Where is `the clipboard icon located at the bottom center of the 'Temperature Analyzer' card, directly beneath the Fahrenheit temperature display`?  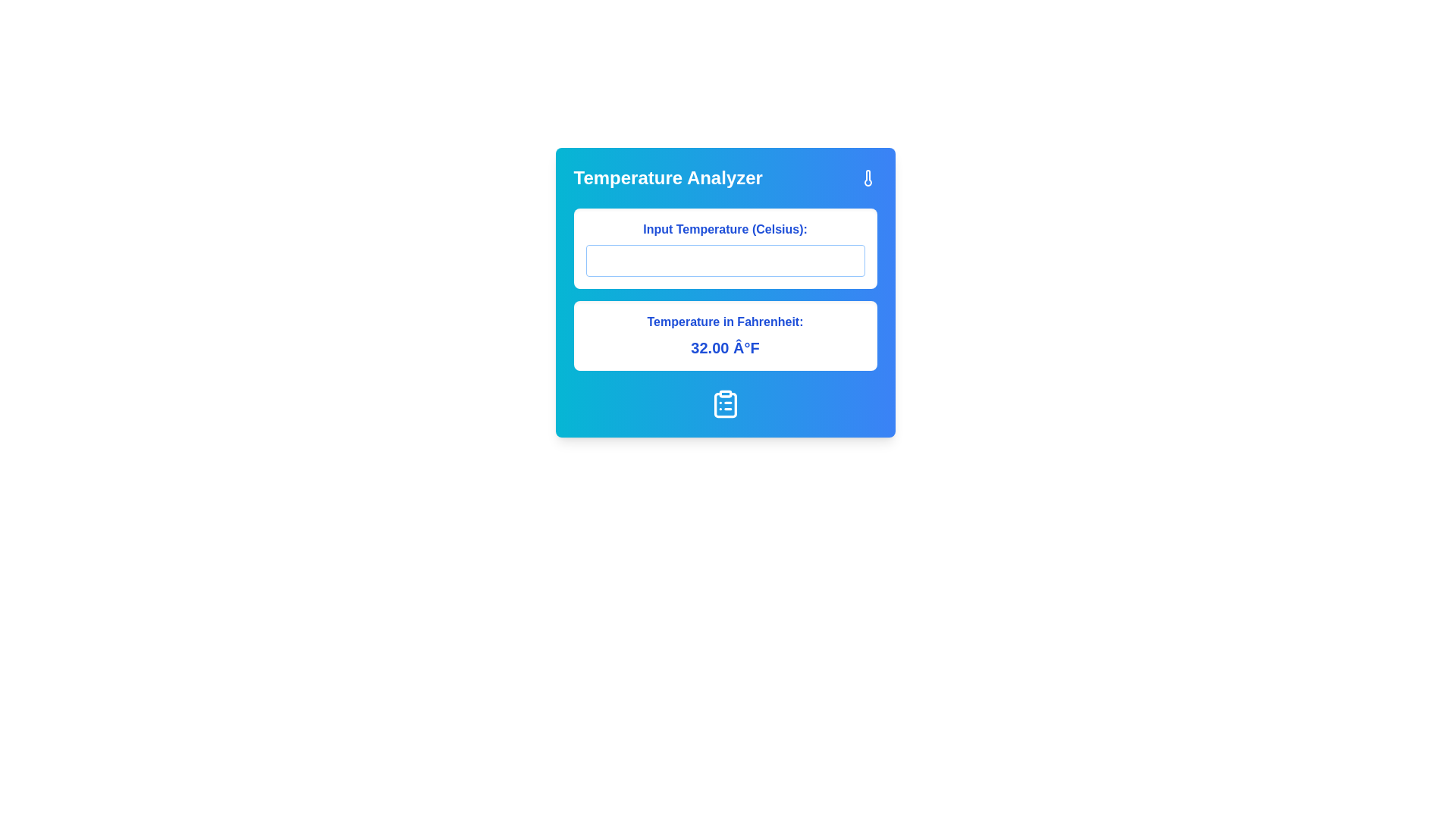
the clipboard icon located at the bottom center of the 'Temperature Analyzer' card, directly beneath the Fahrenheit temperature display is located at coordinates (724, 403).